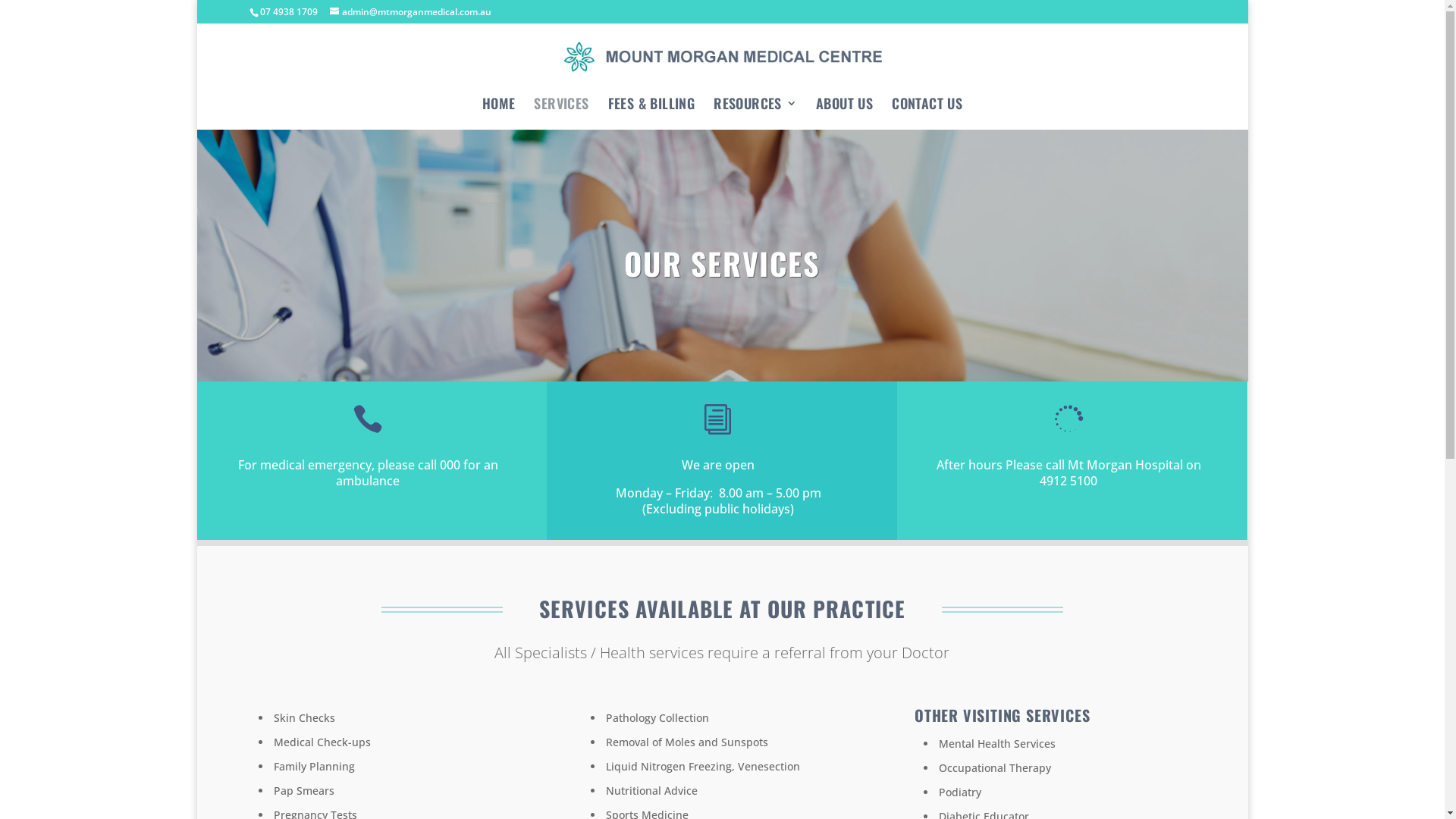  I want to click on 'HOME', so click(498, 108).